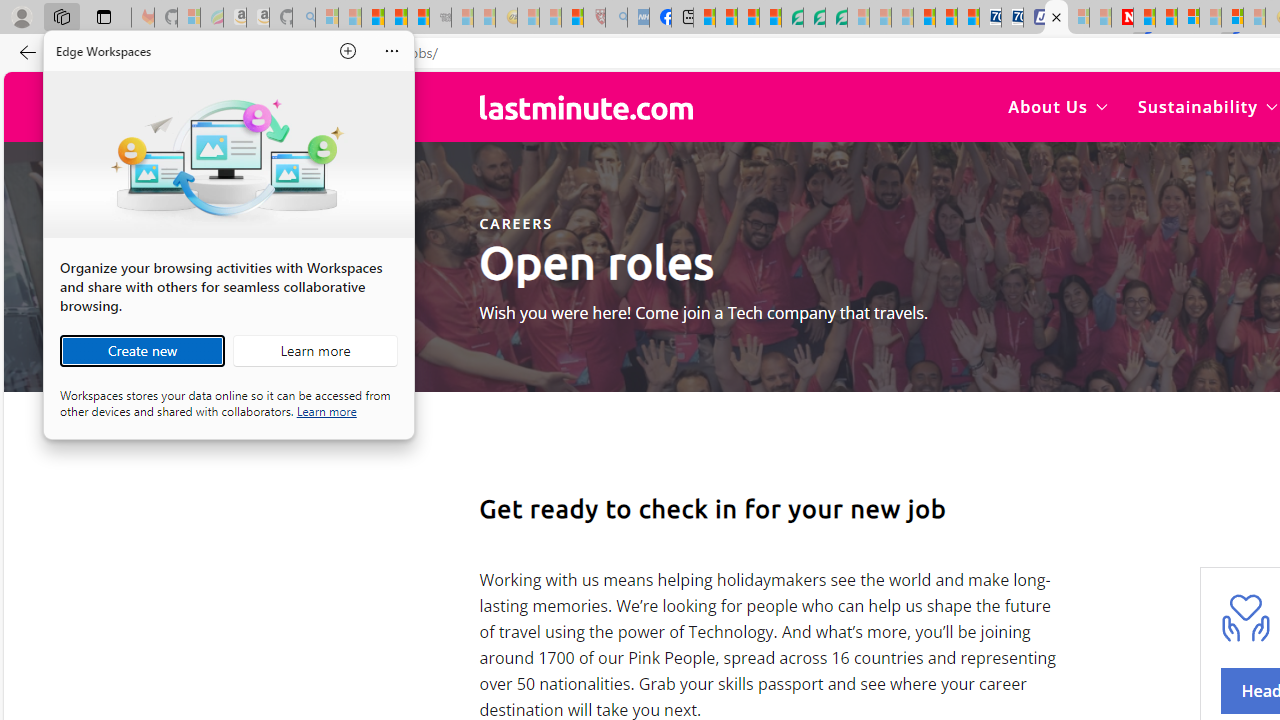  Describe the element at coordinates (1057, 106) in the screenshot. I see `'About Us'` at that location.